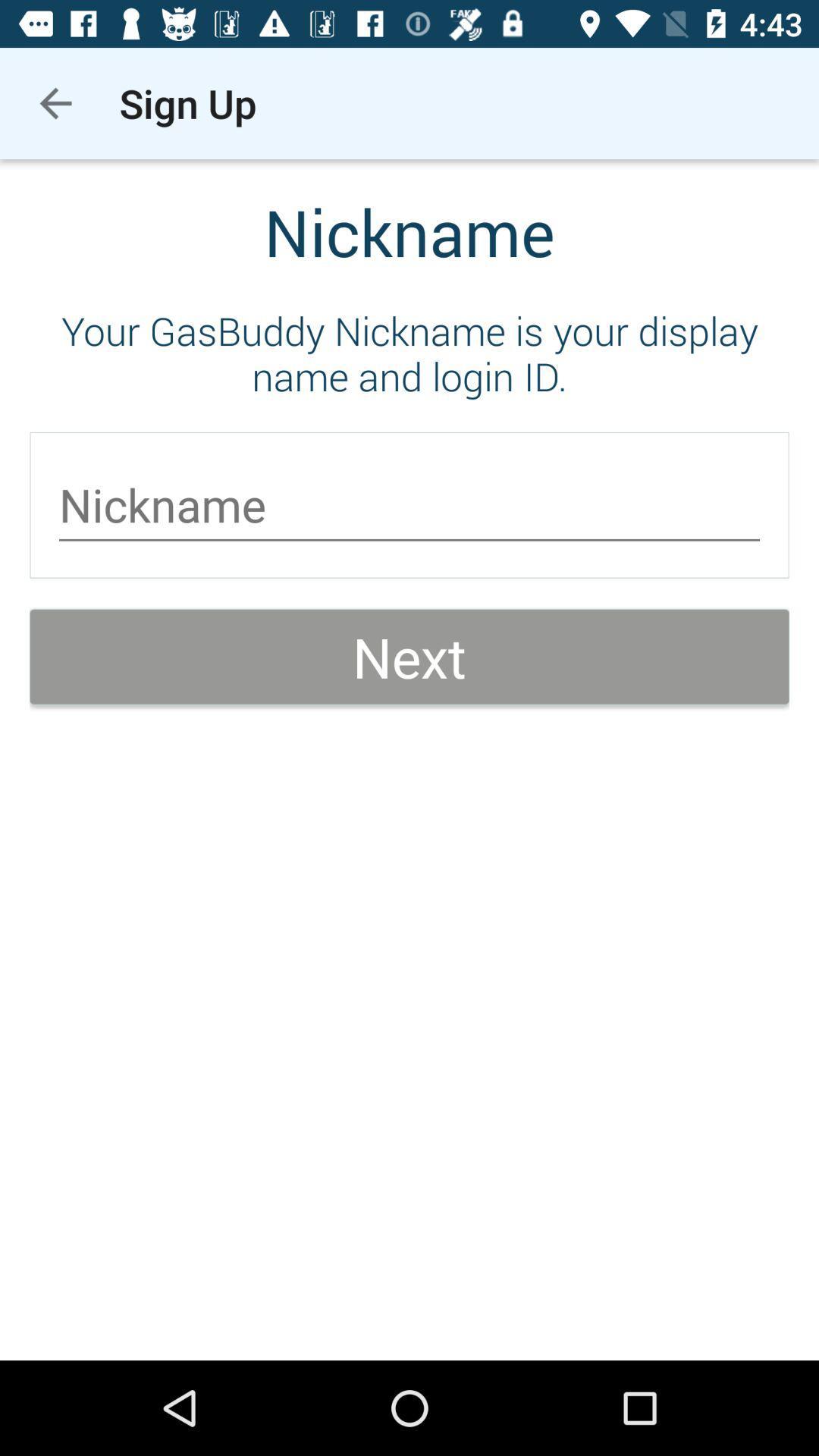  What do you see at coordinates (55, 102) in the screenshot?
I see `app next to the sign up icon` at bounding box center [55, 102].